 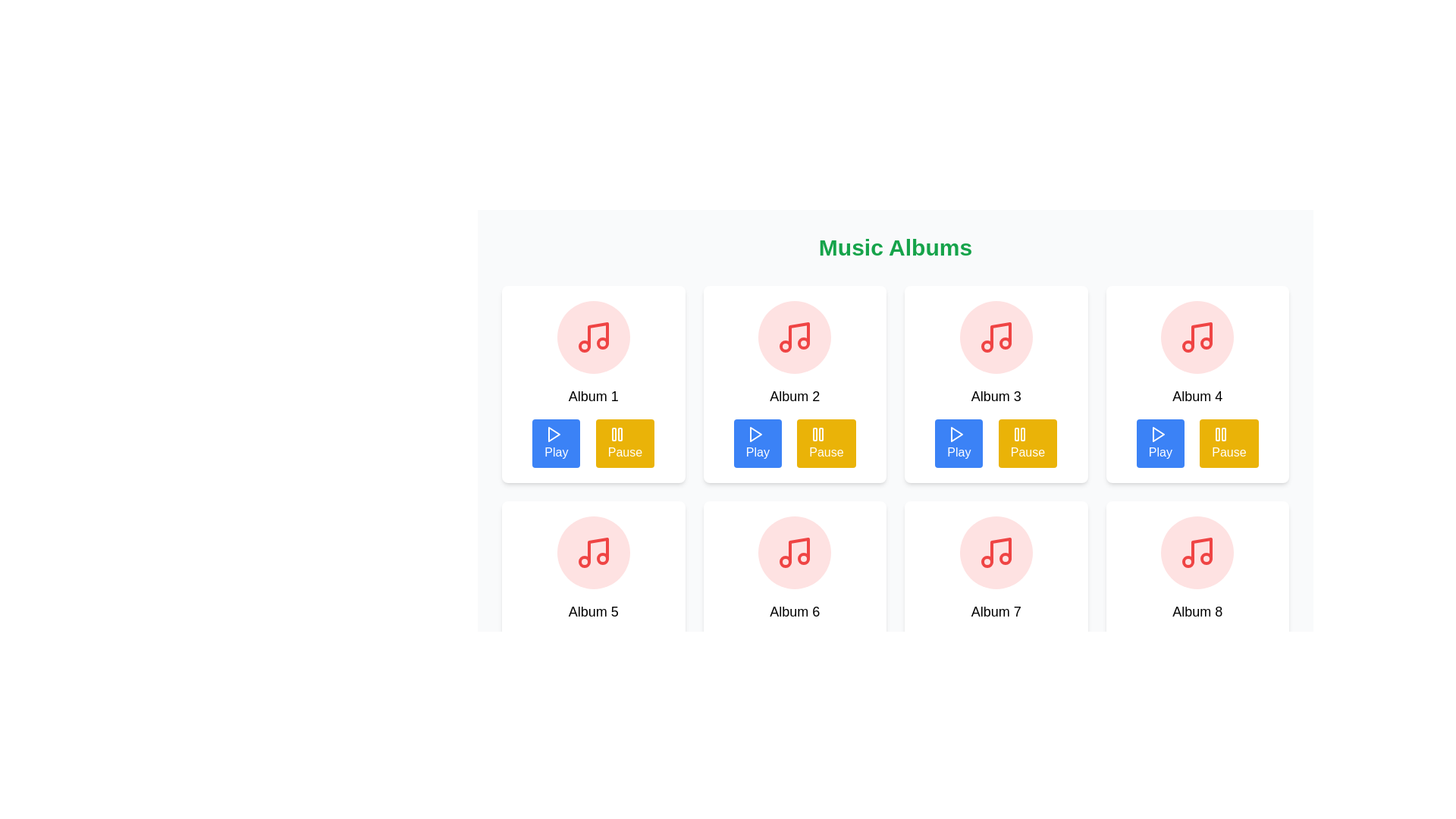 I want to click on the design of the circular icon featuring a red music note symbol on a pink background, located within the card labeled 'Album 4', so click(x=1197, y=336).